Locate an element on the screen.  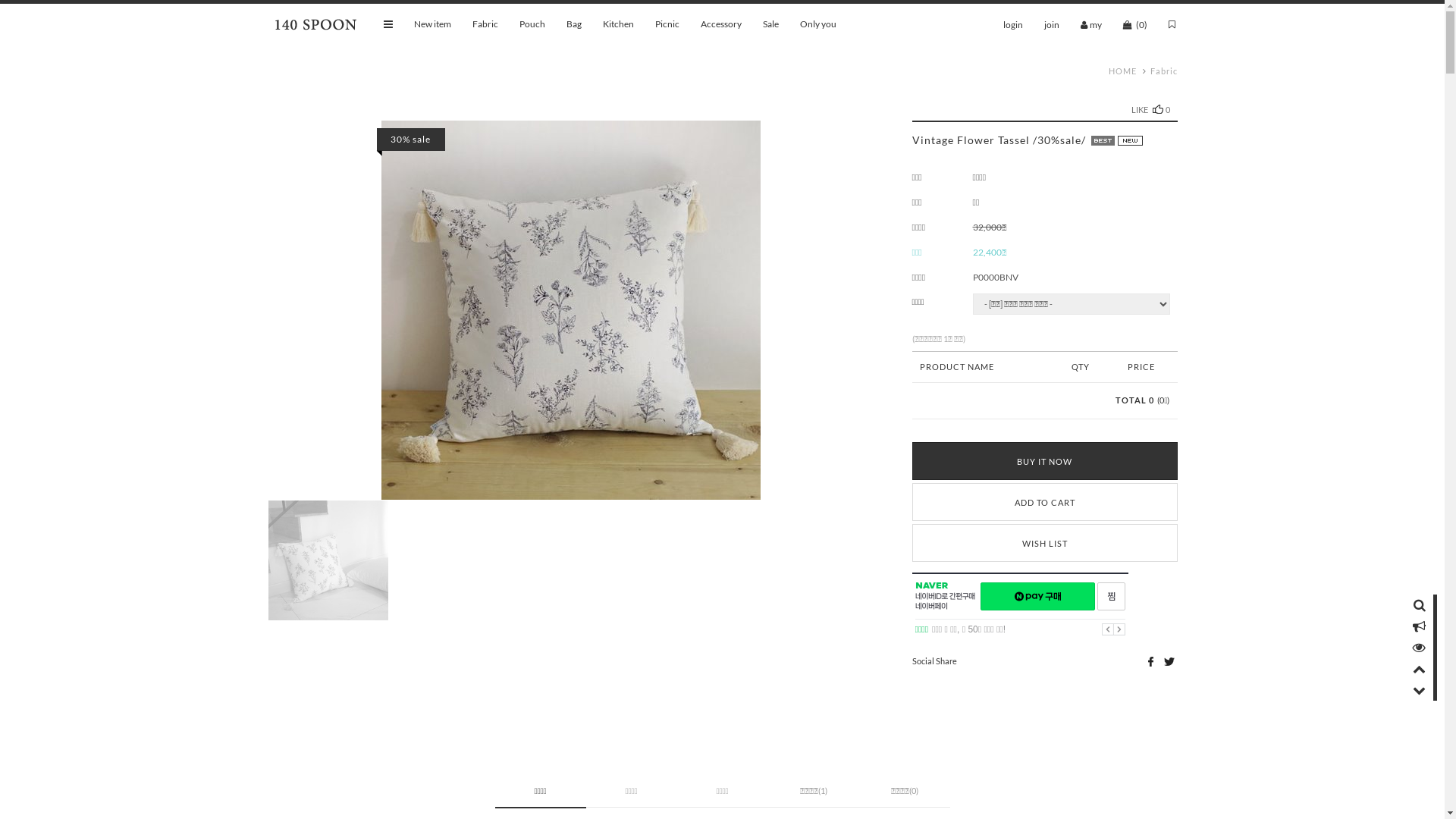
'my' is located at coordinates (1090, 24).